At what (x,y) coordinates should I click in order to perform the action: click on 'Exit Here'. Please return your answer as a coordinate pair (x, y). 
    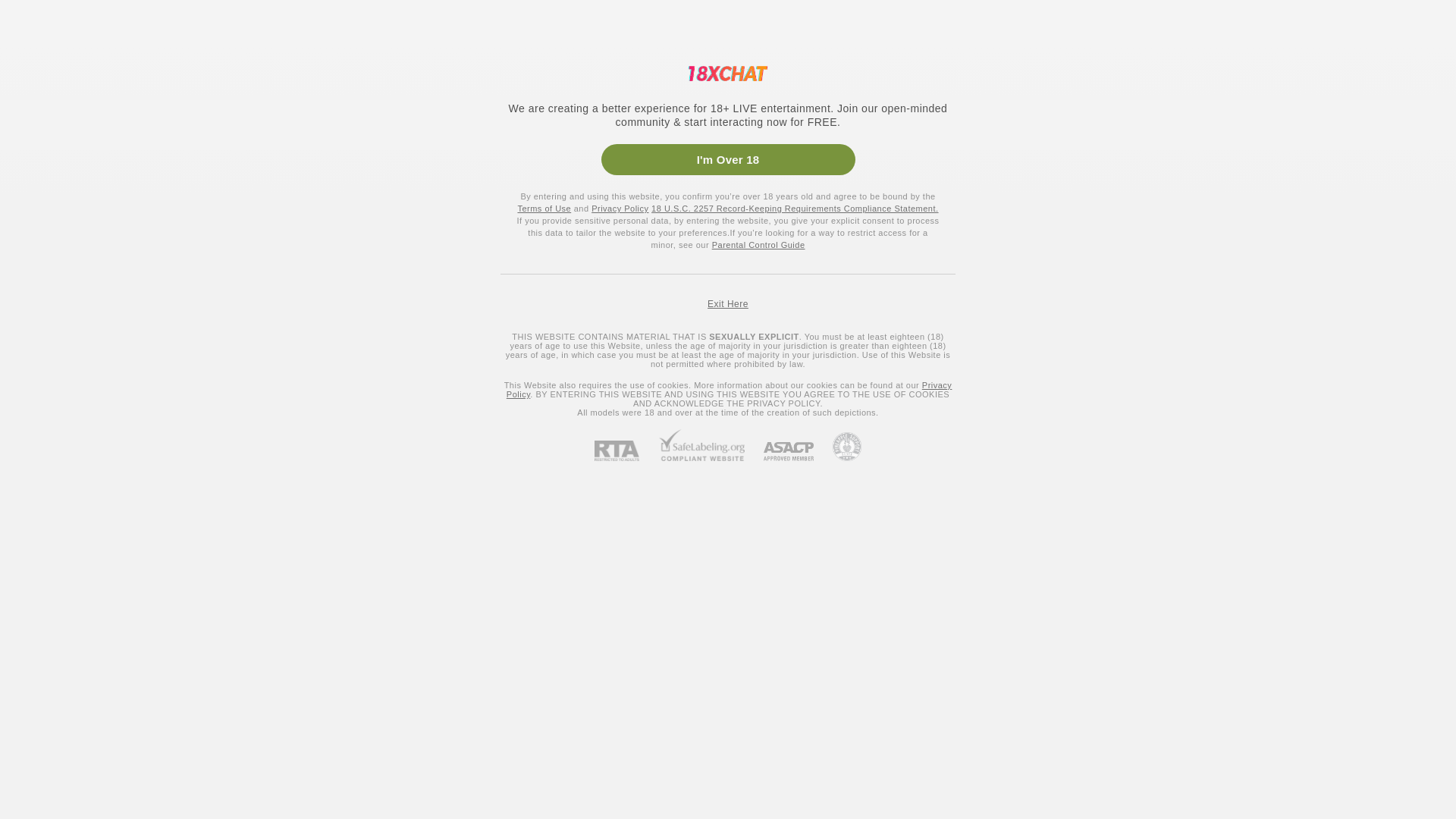
    Looking at the image, I should click on (728, 304).